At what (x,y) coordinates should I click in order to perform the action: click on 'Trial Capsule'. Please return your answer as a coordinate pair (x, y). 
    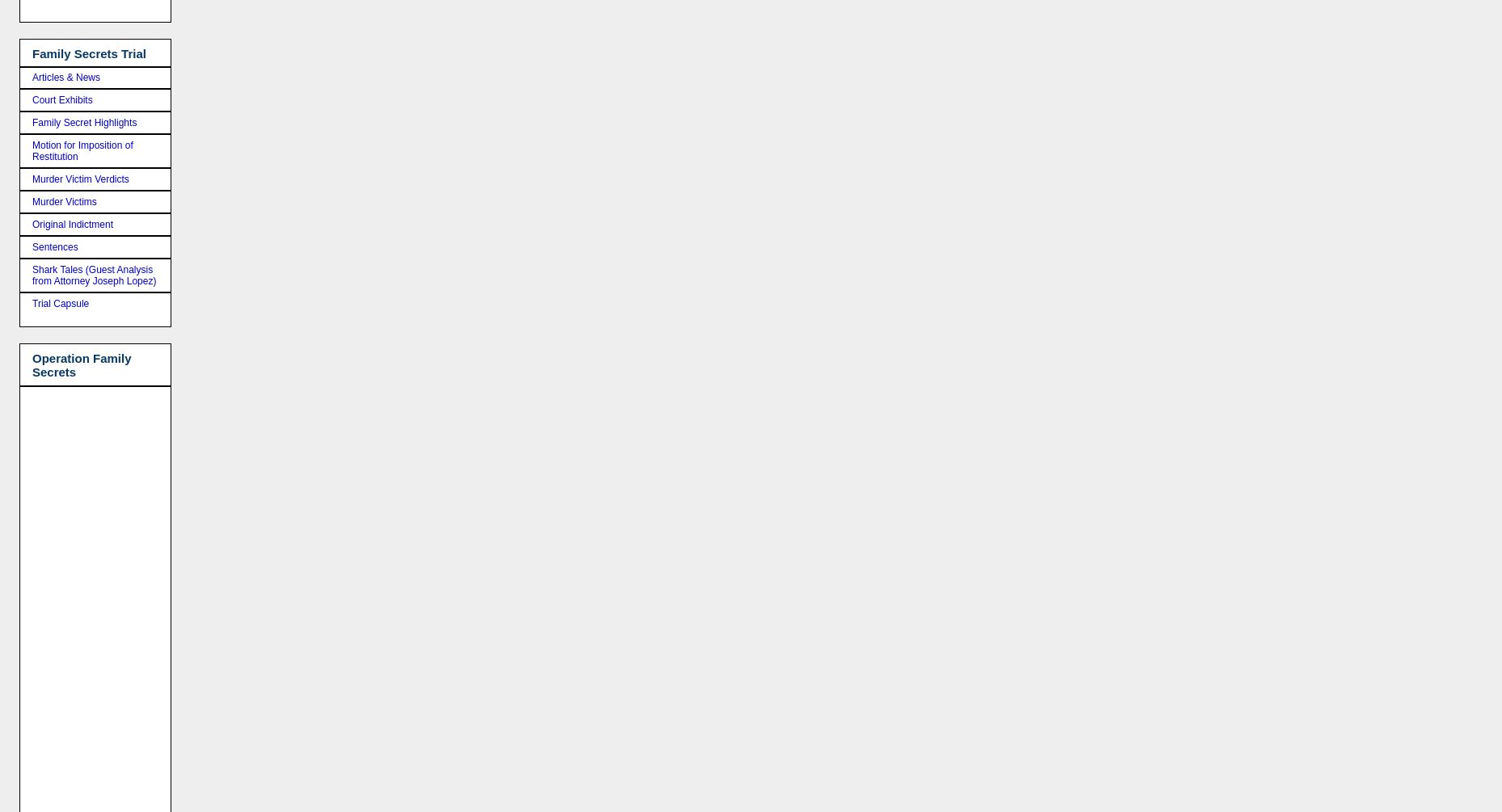
    Looking at the image, I should click on (60, 303).